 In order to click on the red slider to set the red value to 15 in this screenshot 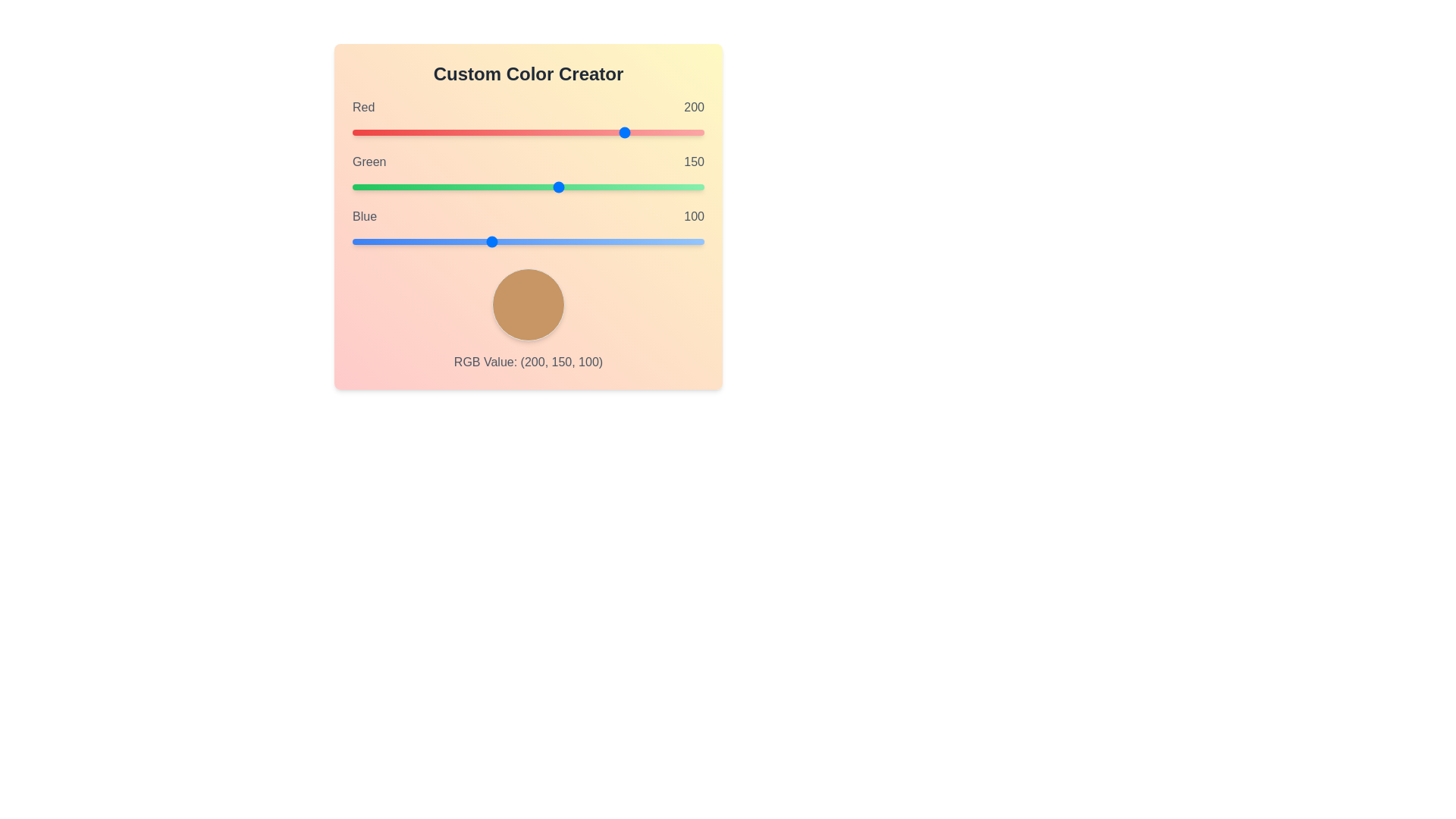, I will do `click(373, 131)`.